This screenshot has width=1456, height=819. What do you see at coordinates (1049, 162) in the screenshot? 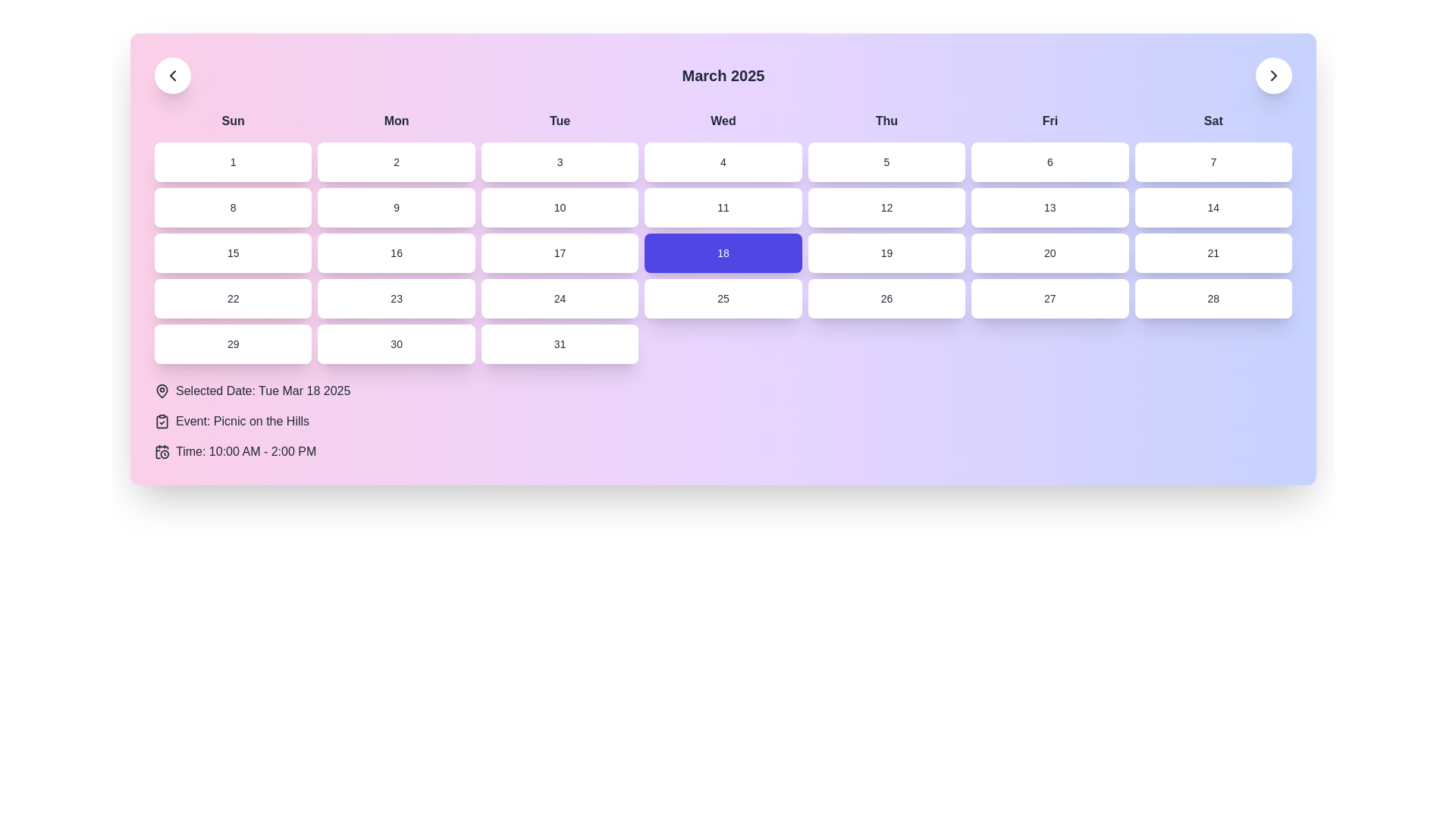
I see `the button representing the 6th day of the month in the calendar interface` at bounding box center [1049, 162].